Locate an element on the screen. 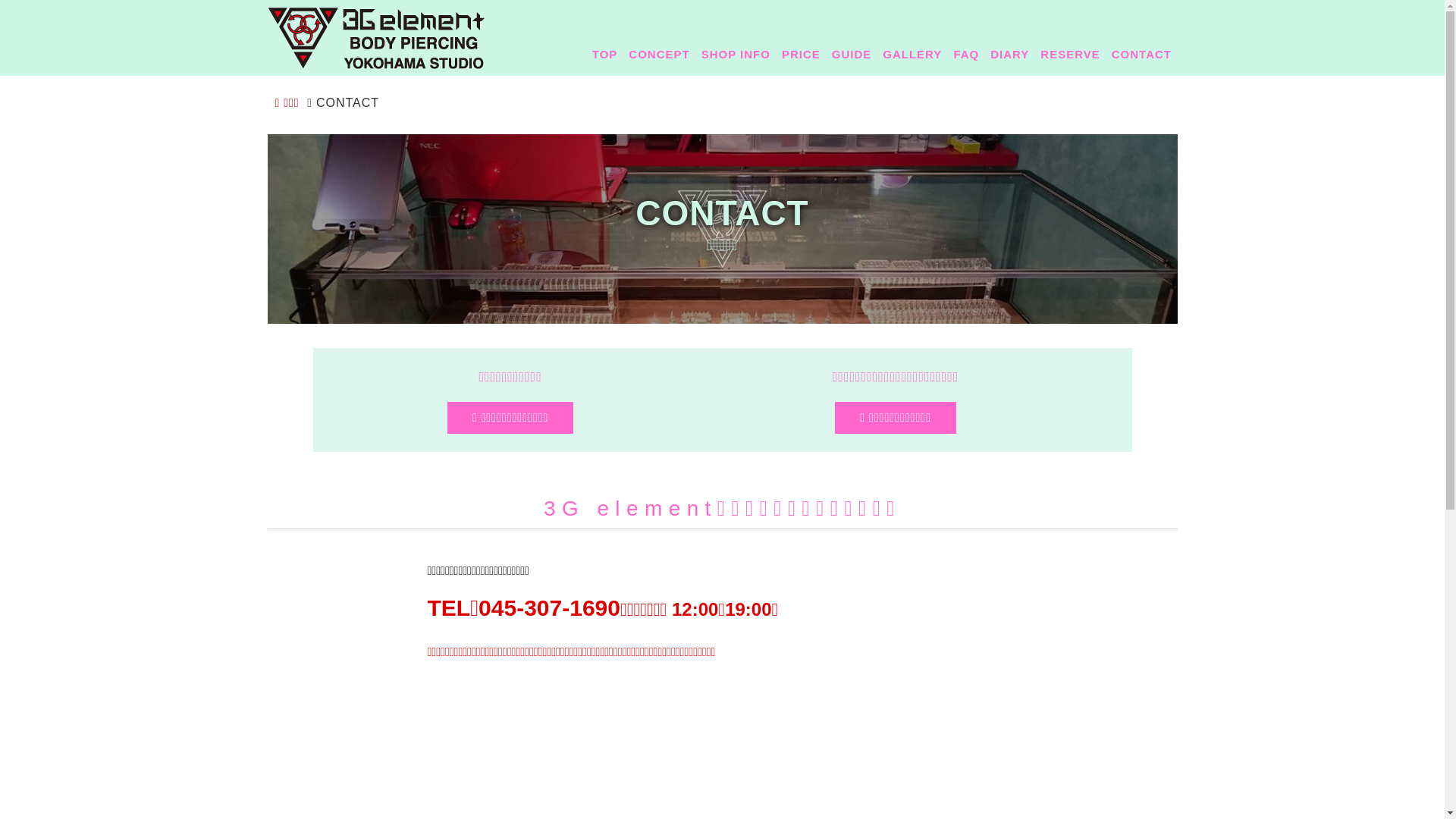  'SHOP INFO' is located at coordinates (735, 52).